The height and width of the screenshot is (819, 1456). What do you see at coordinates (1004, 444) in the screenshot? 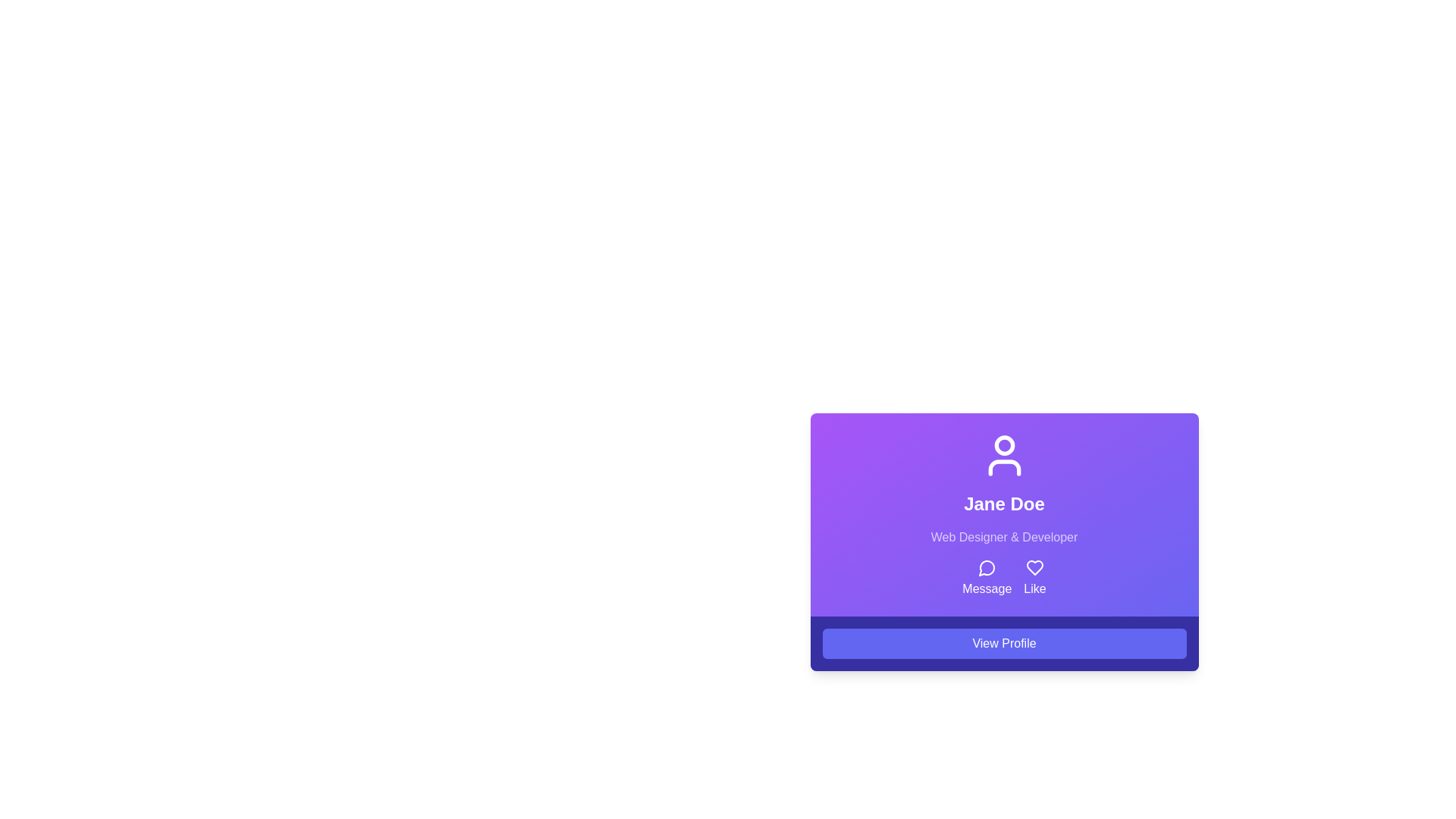
I see `the circular purple graphical icon located at the top center of the card, above the name 'Jane Doe'` at bounding box center [1004, 444].